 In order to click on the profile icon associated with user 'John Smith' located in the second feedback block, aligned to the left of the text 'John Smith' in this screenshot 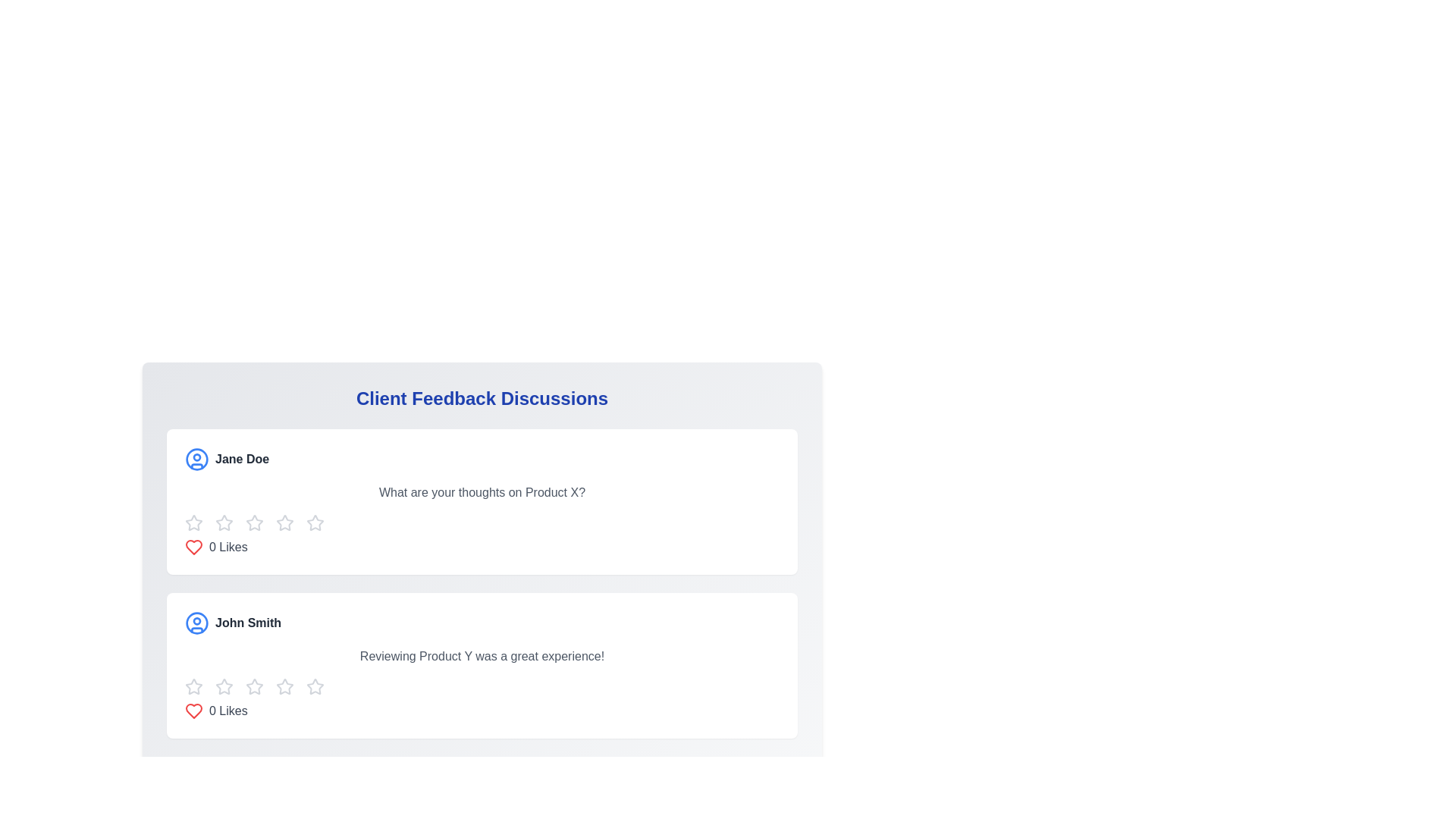, I will do `click(196, 623)`.